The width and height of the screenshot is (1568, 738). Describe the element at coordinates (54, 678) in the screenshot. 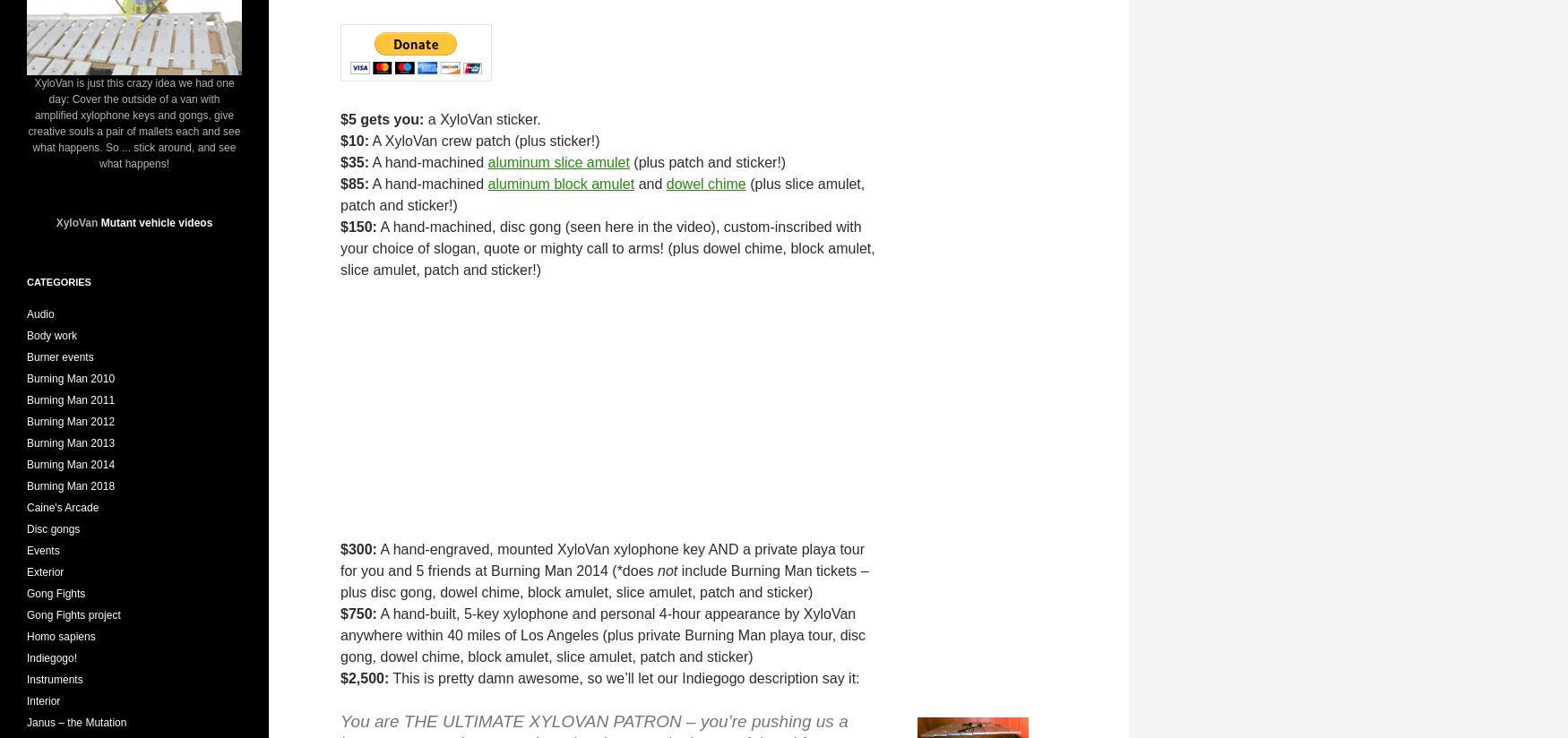

I see `'Instruments'` at that location.